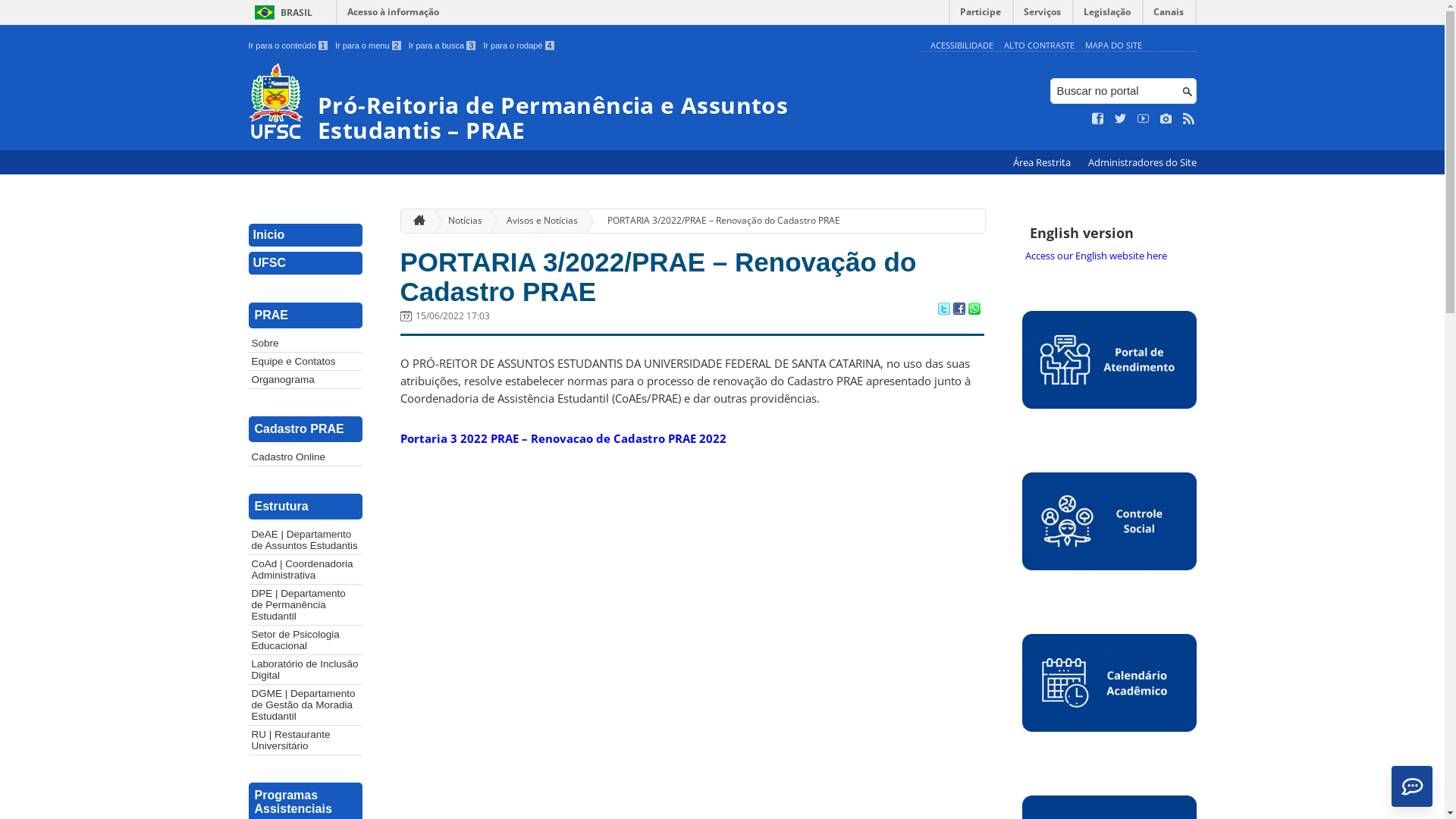 The image size is (1456, 819). I want to click on 'ACESSIBILIDADE', so click(960, 44).